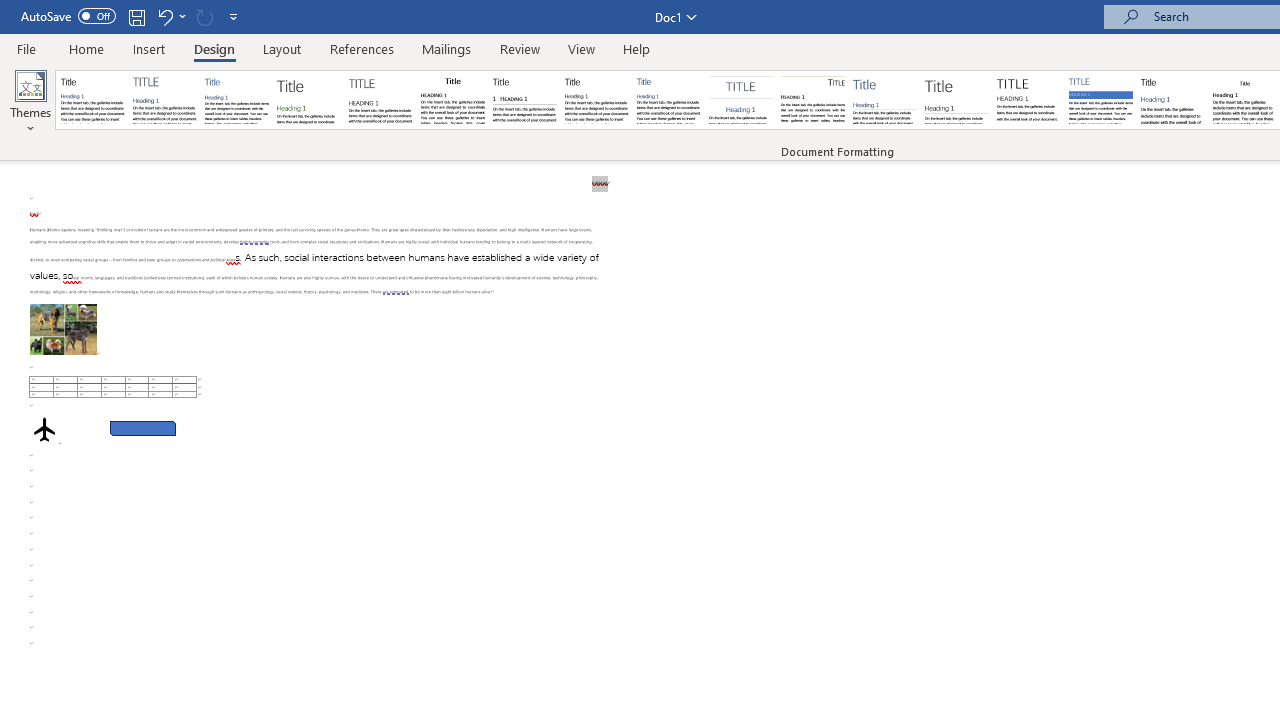 The height and width of the screenshot is (720, 1280). What do you see at coordinates (956, 100) in the screenshot?
I see `'Lines (Stylish)'` at bounding box center [956, 100].